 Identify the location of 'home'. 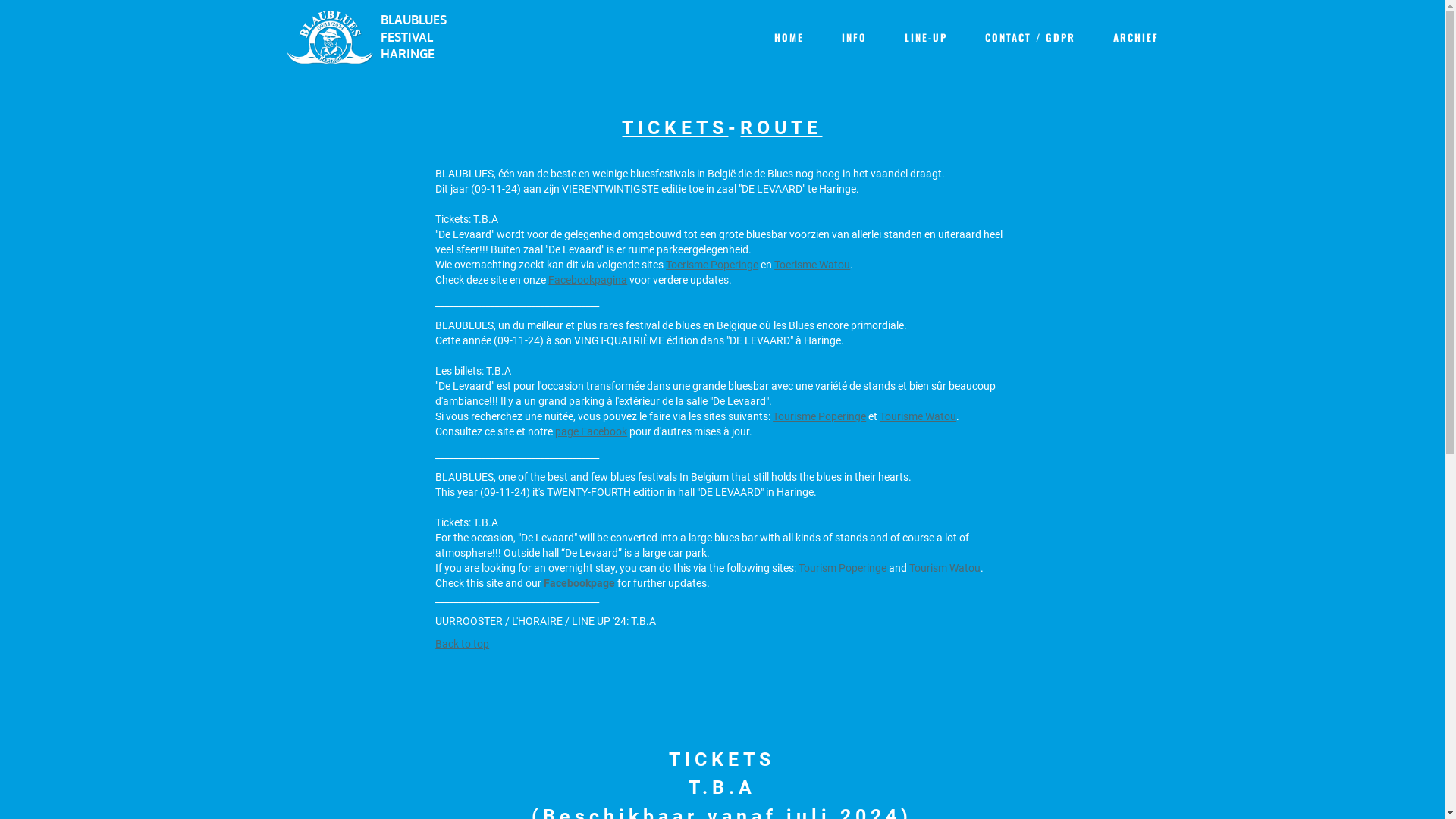
(329, 35).